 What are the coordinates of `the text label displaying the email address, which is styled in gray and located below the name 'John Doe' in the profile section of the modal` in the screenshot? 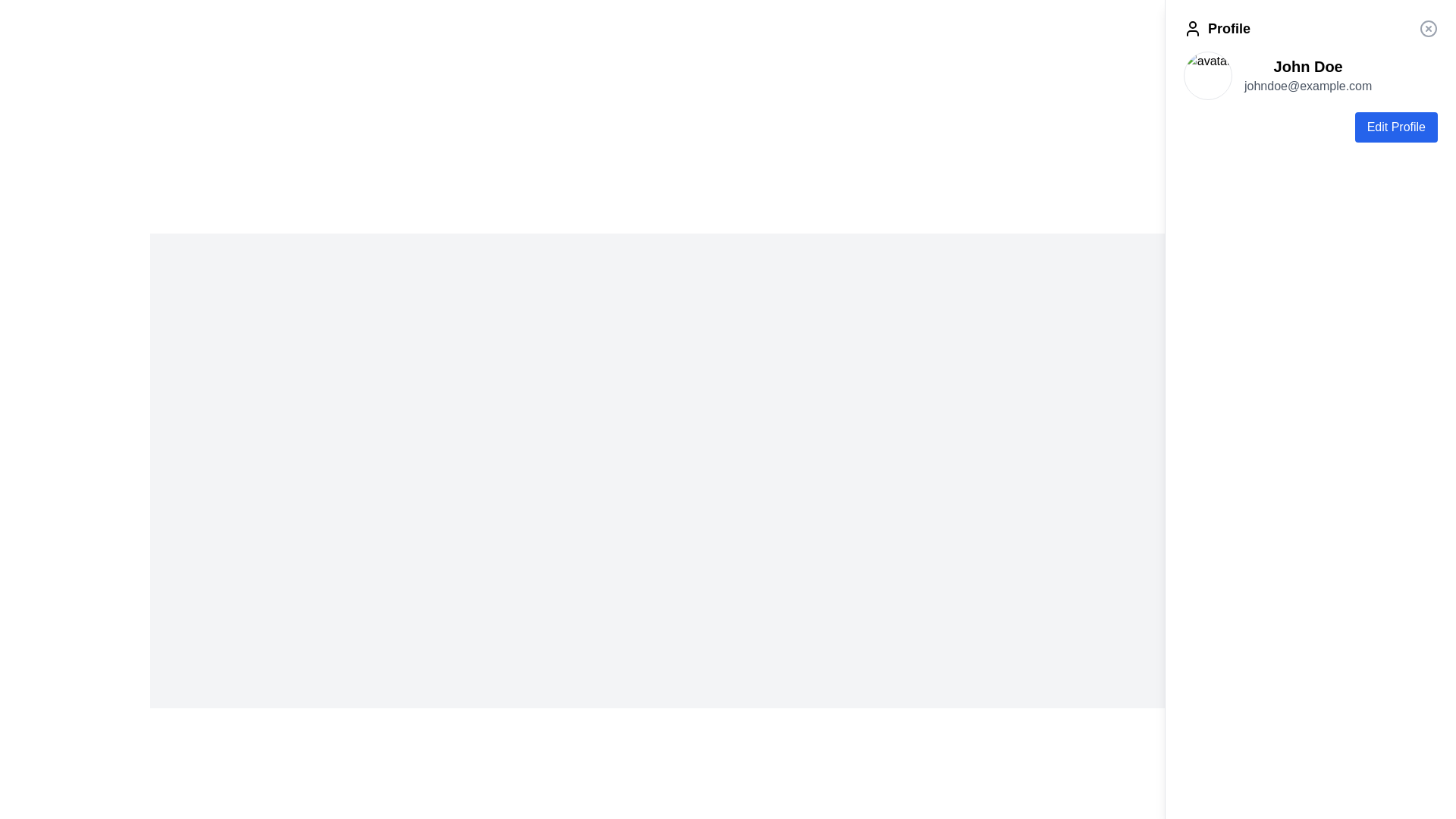 It's located at (1307, 86).